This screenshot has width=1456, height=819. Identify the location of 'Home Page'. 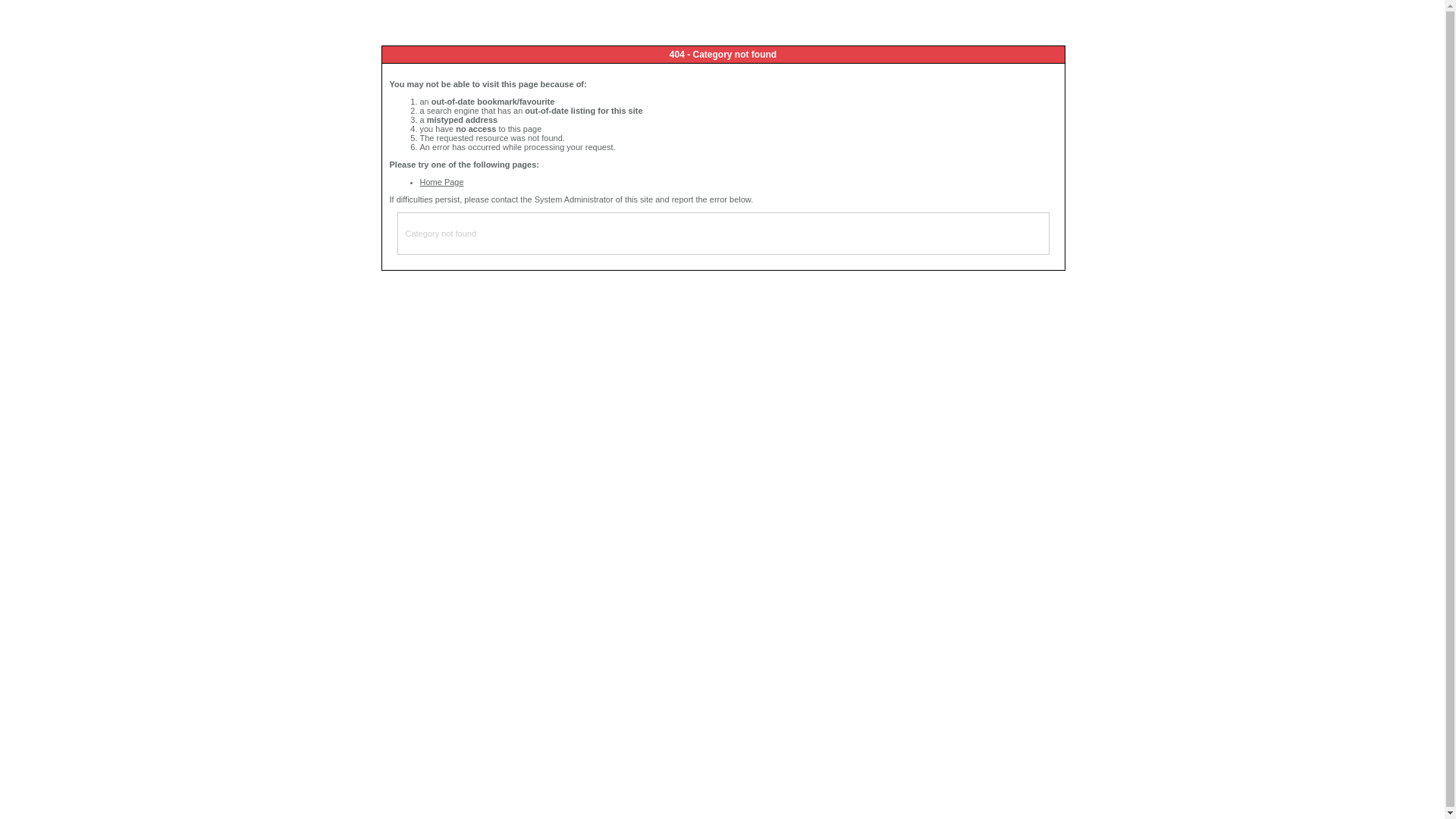
(441, 180).